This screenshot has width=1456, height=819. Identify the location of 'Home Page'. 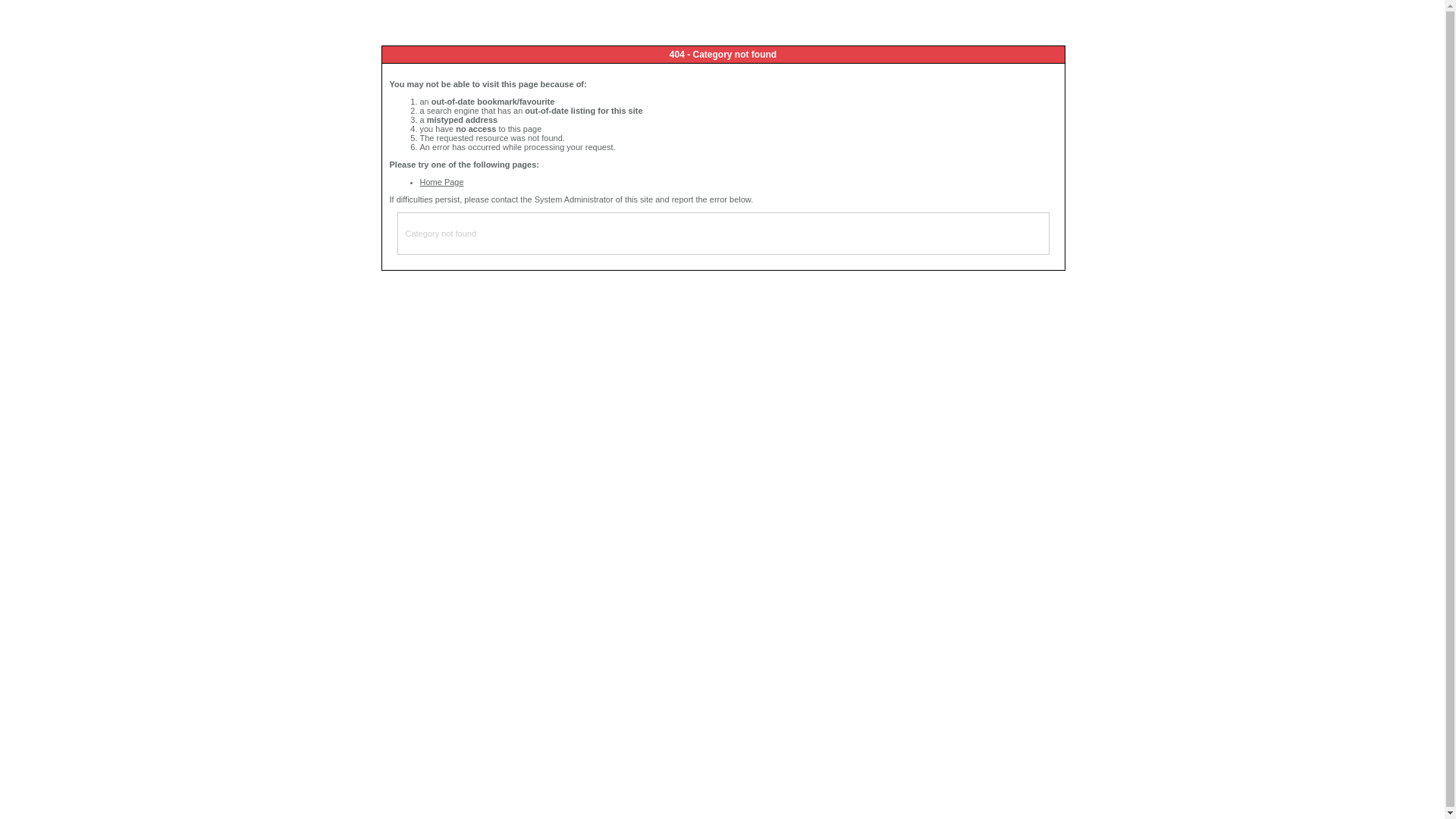
(441, 180).